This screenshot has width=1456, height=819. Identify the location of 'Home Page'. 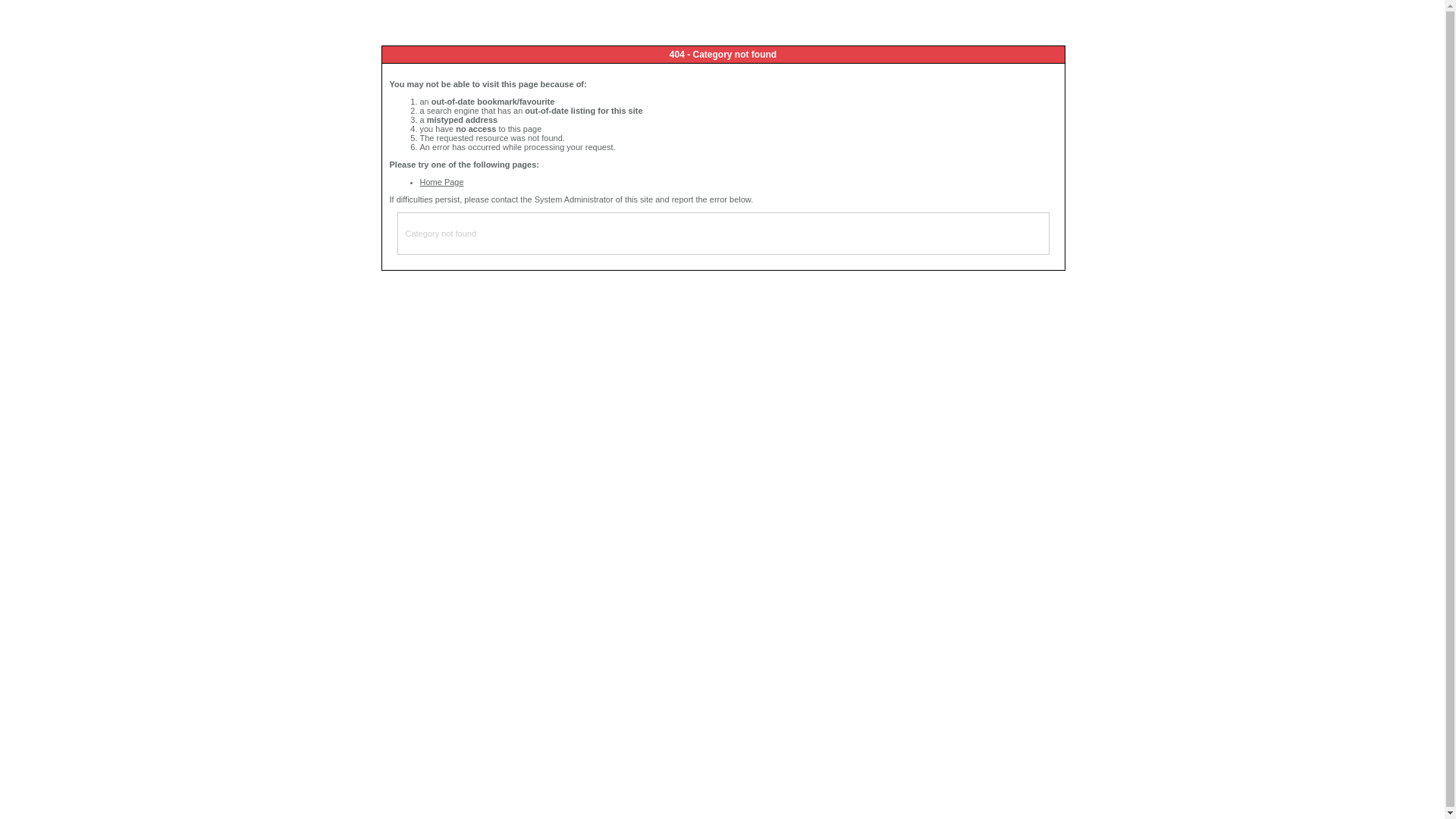
(441, 180).